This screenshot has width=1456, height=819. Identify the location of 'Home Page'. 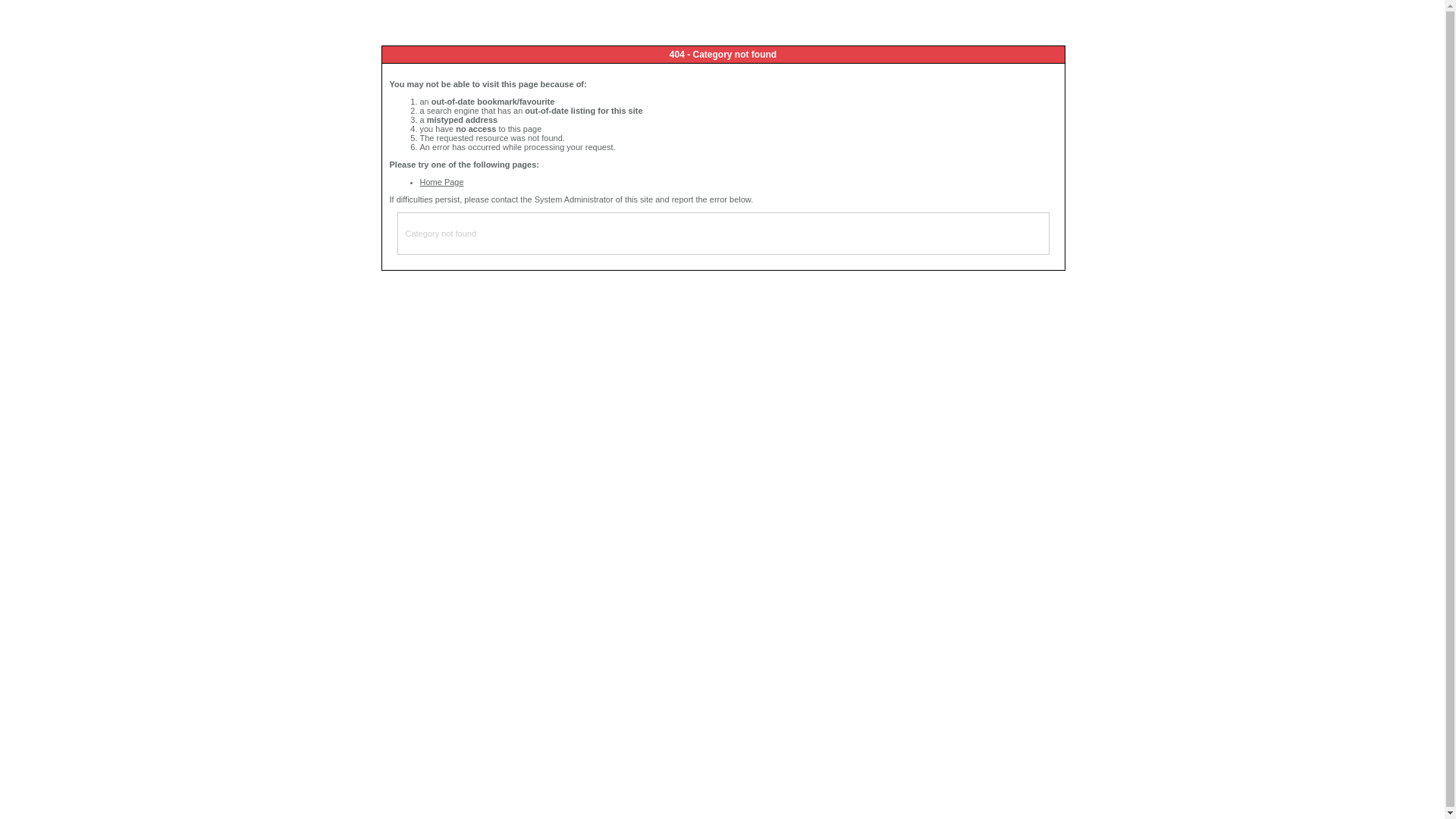
(441, 180).